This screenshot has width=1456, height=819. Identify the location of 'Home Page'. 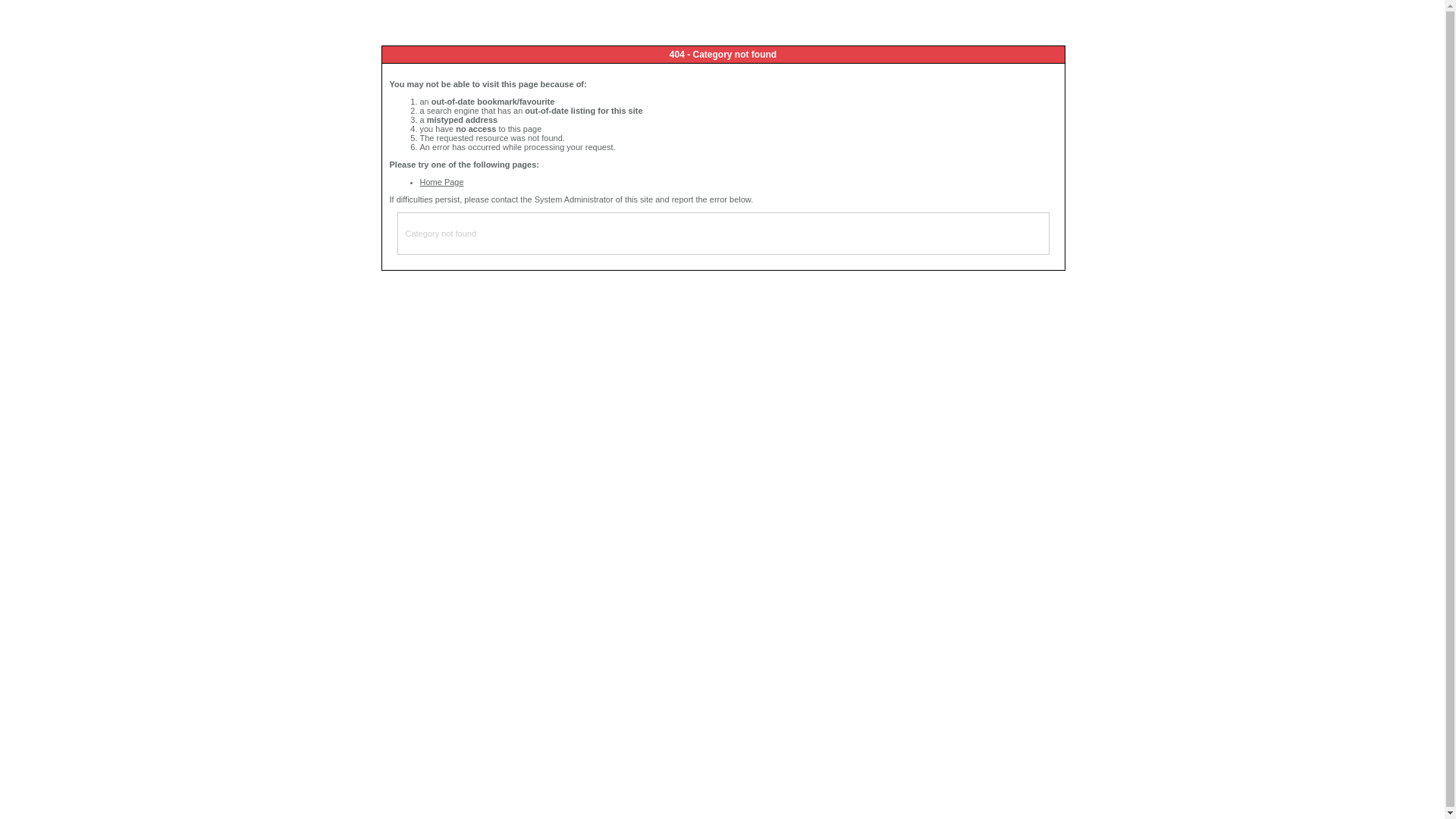
(441, 180).